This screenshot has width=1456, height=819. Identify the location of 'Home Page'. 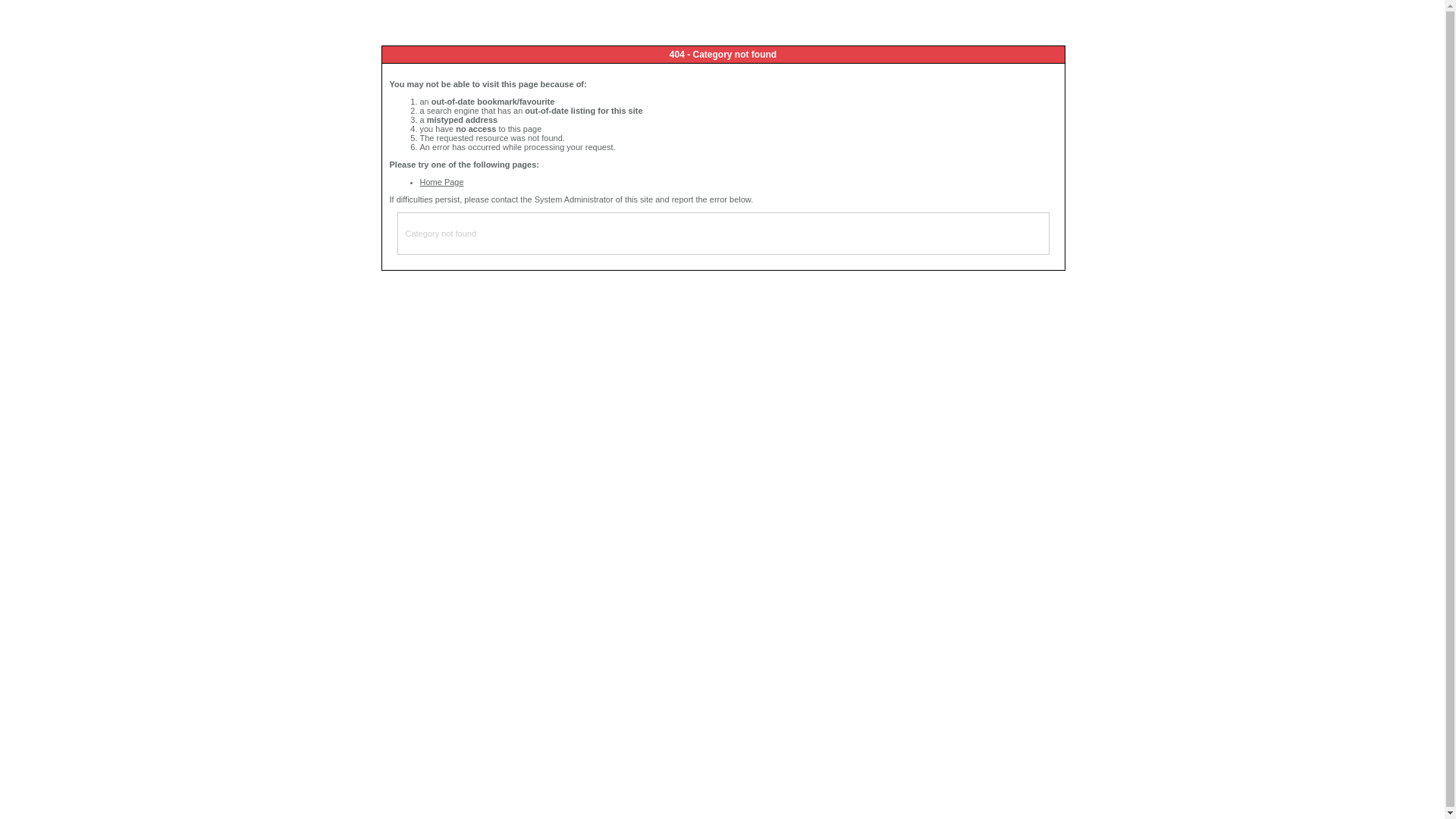
(441, 180).